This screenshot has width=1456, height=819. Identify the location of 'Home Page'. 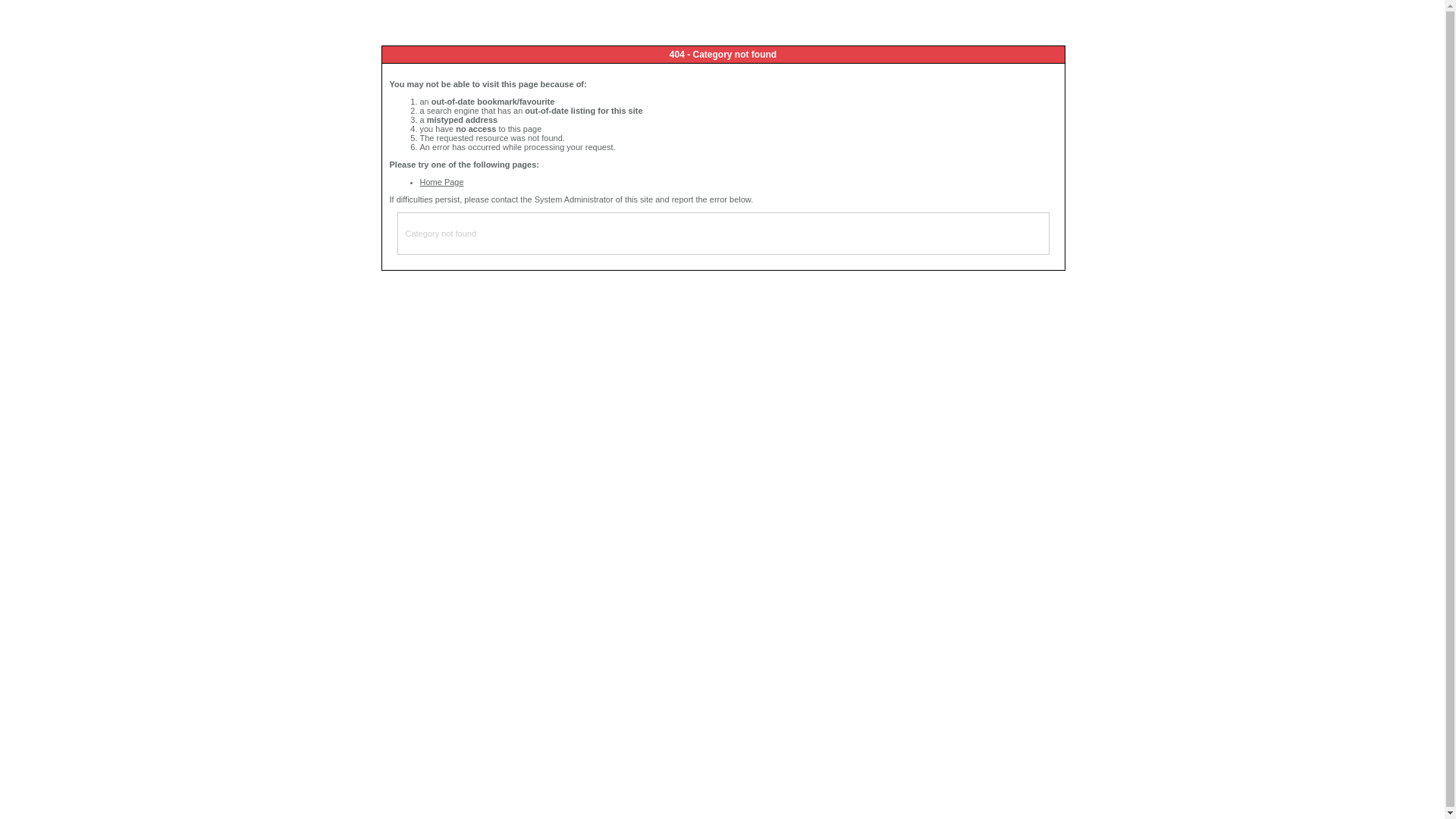
(441, 180).